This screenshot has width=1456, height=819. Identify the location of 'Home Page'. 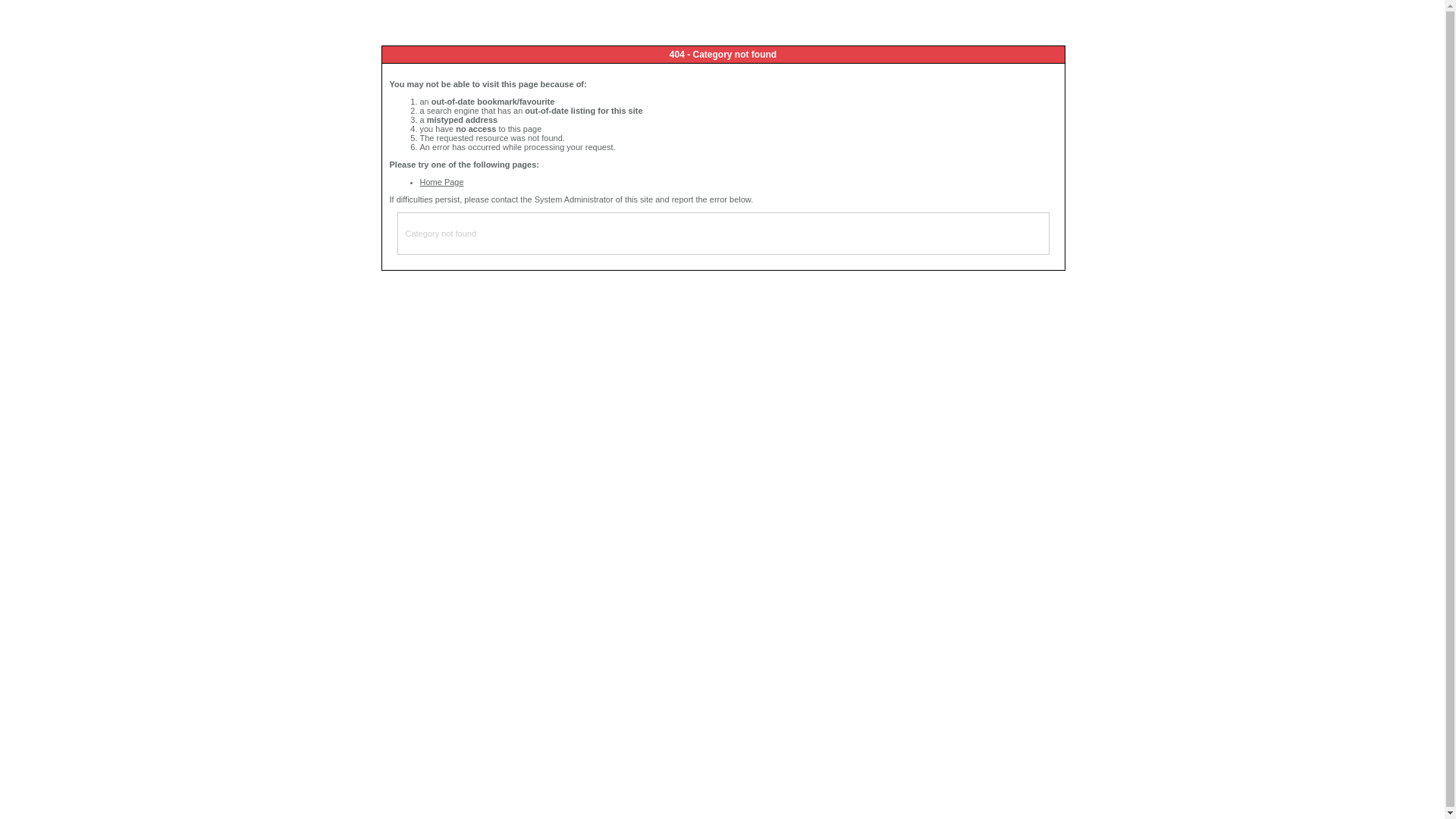
(441, 180).